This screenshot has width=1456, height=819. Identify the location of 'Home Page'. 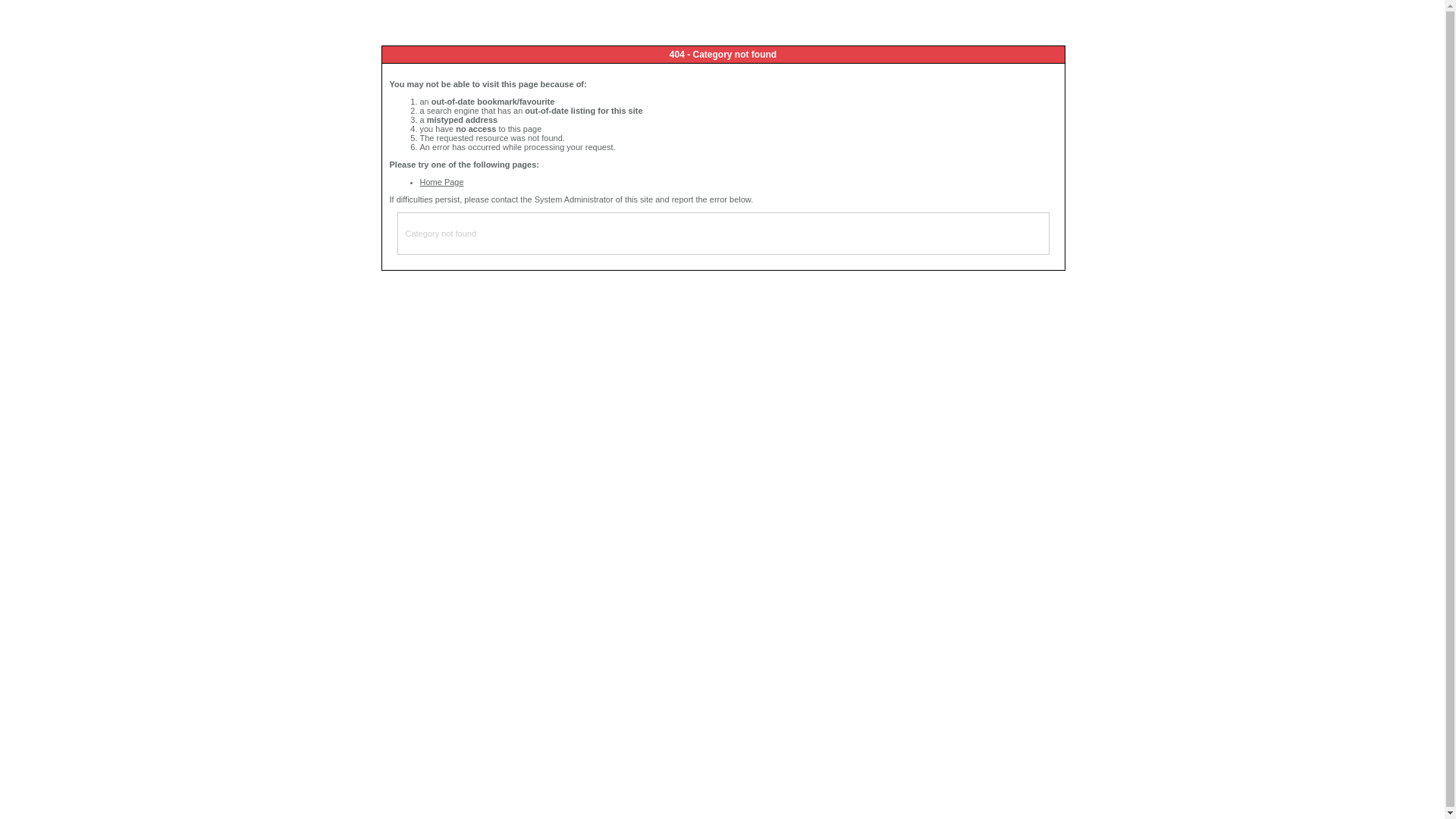
(441, 180).